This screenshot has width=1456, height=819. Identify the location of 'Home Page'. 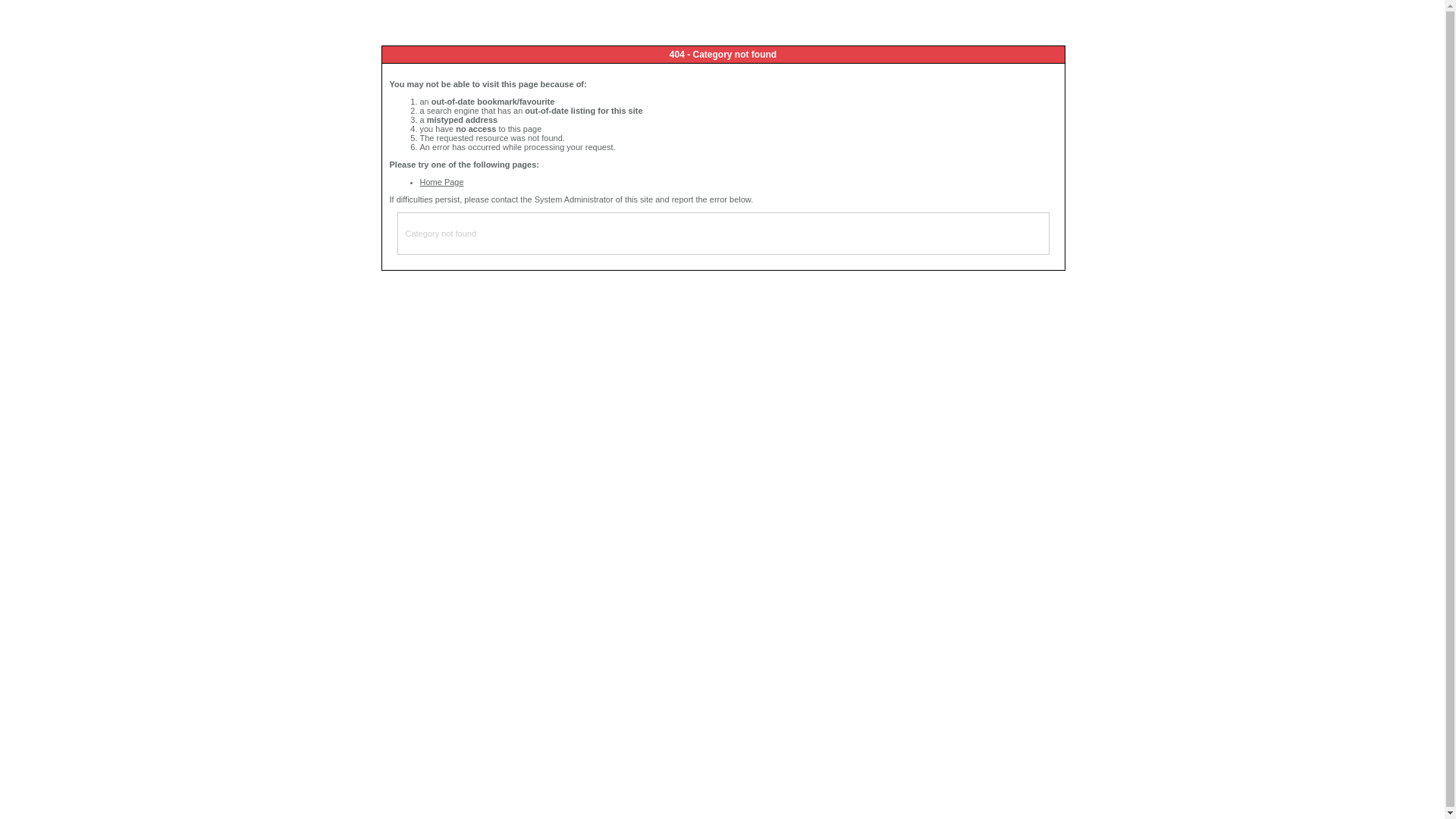
(441, 180).